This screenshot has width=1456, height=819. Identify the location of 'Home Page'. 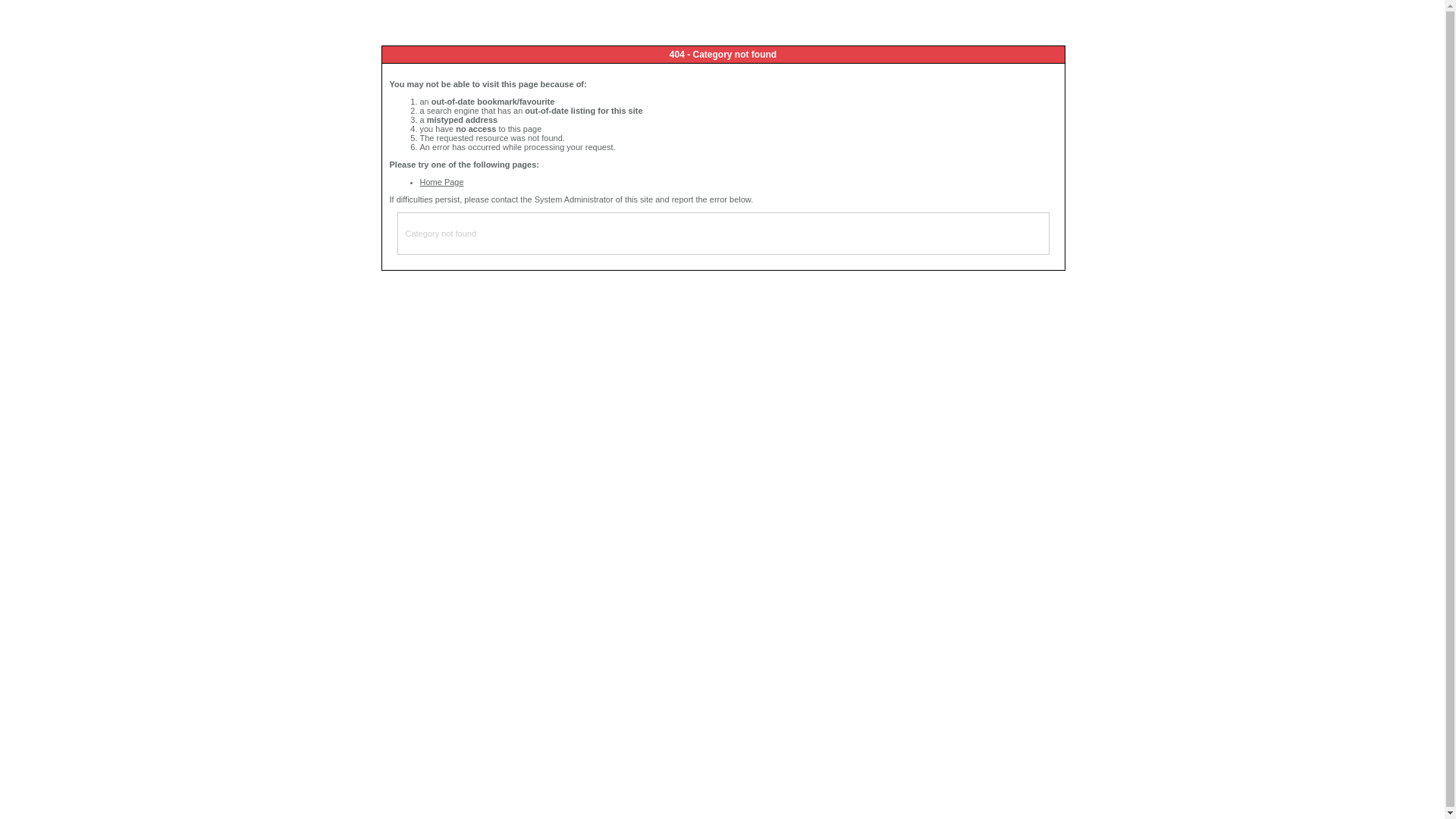
(441, 180).